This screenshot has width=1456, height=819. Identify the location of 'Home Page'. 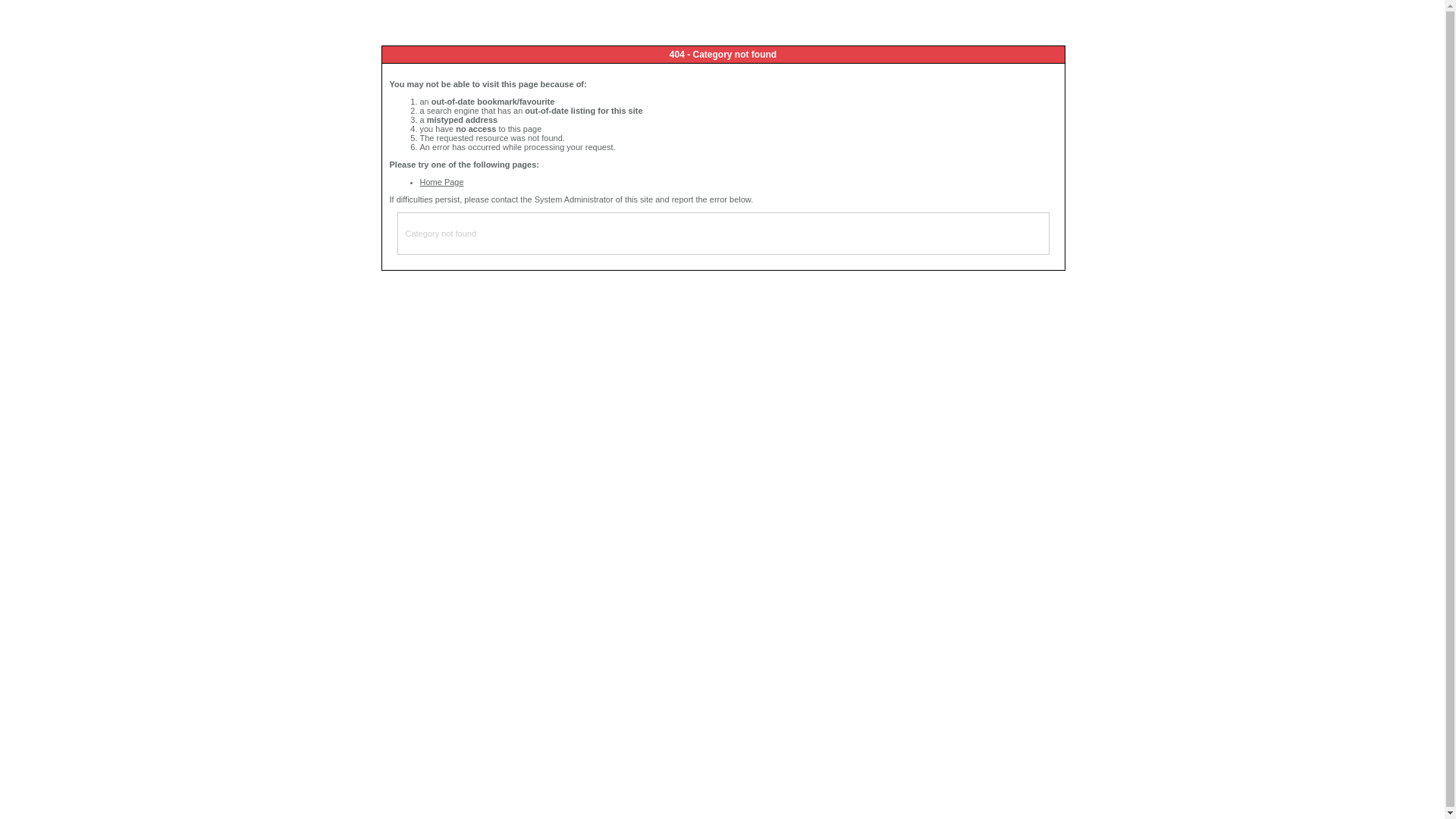
(441, 180).